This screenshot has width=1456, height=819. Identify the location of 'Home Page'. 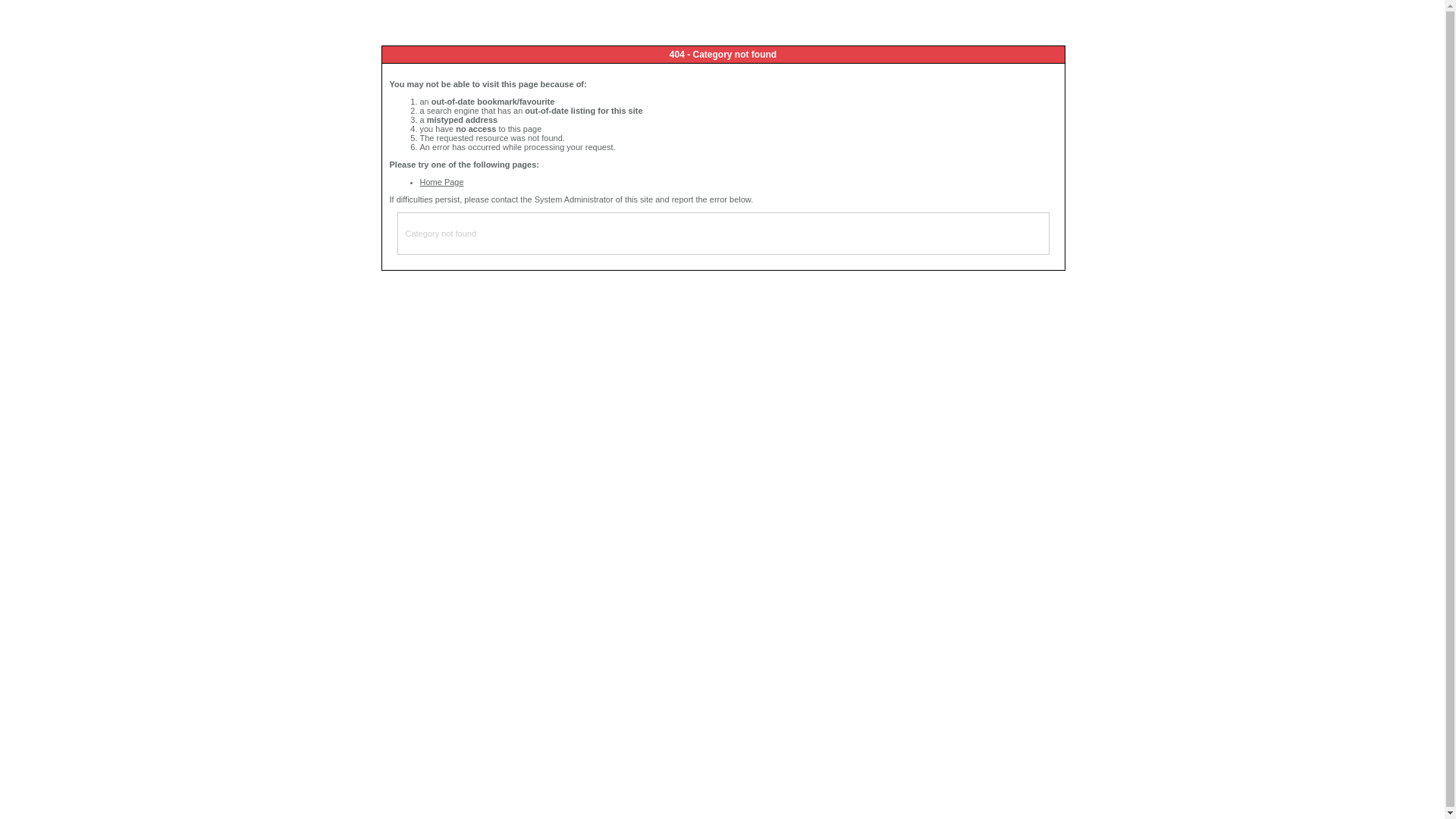
(441, 180).